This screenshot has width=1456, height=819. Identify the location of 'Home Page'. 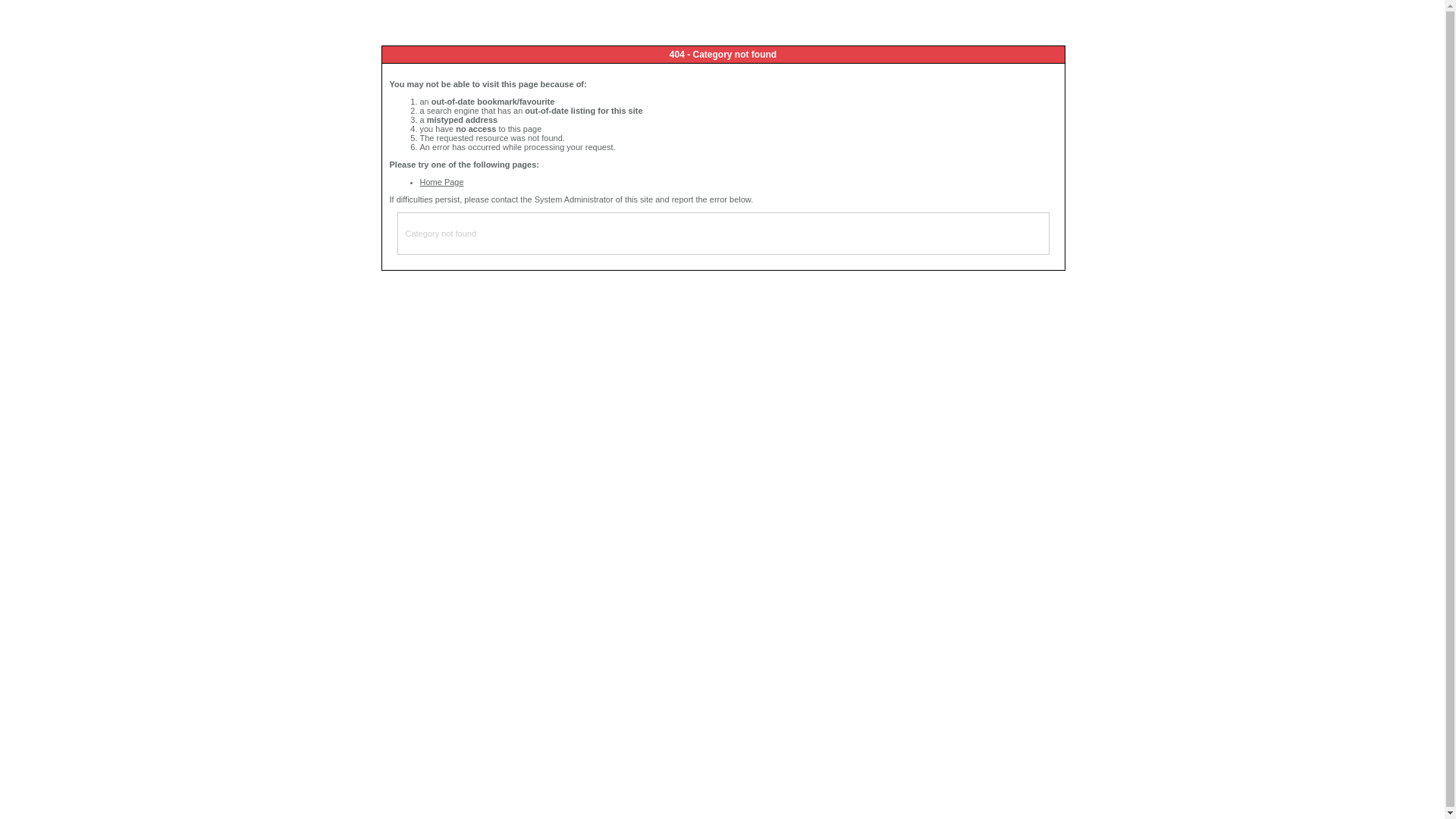
(441, 180).